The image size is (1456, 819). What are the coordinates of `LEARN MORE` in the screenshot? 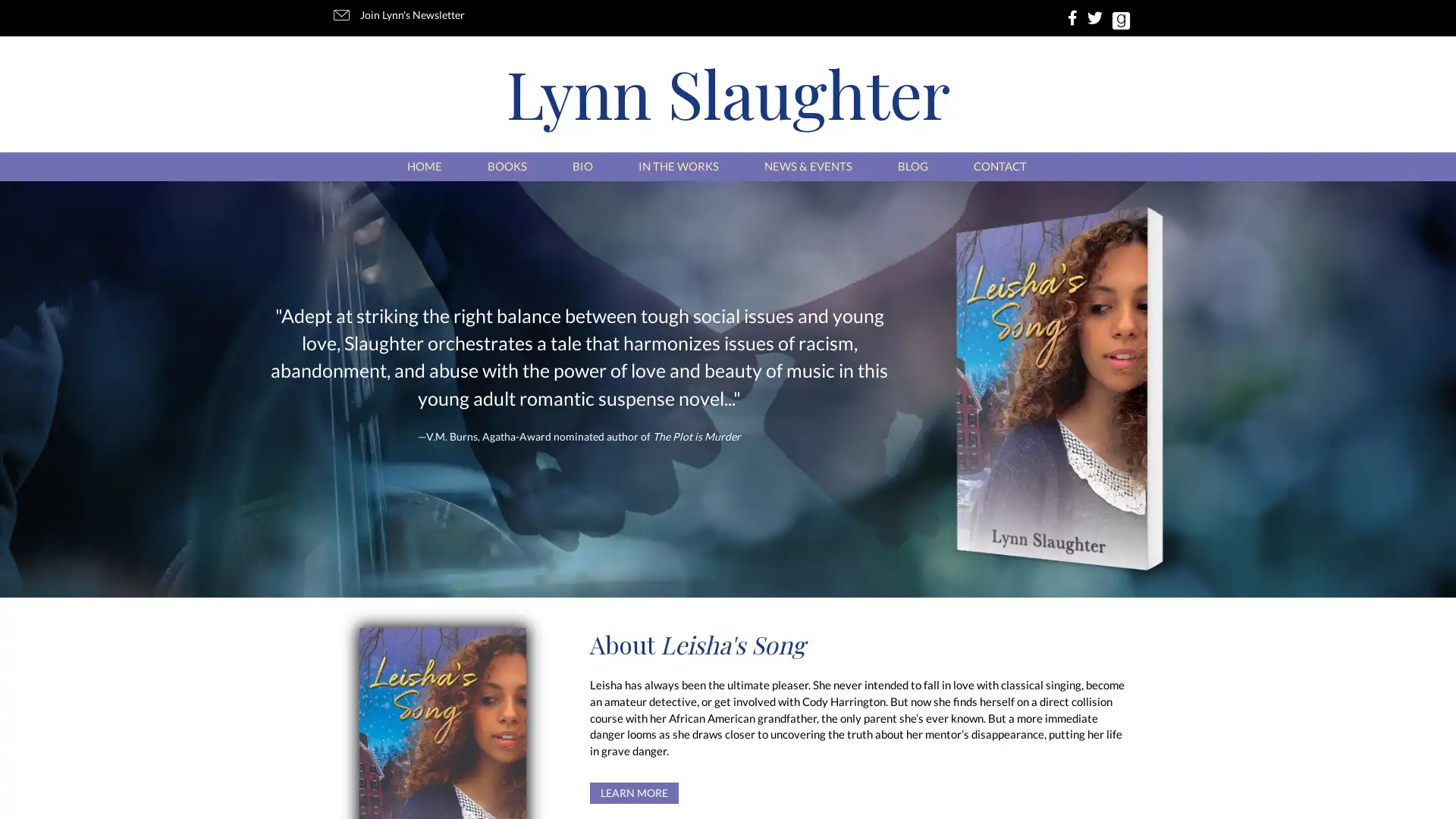 It's located at (634, 792).